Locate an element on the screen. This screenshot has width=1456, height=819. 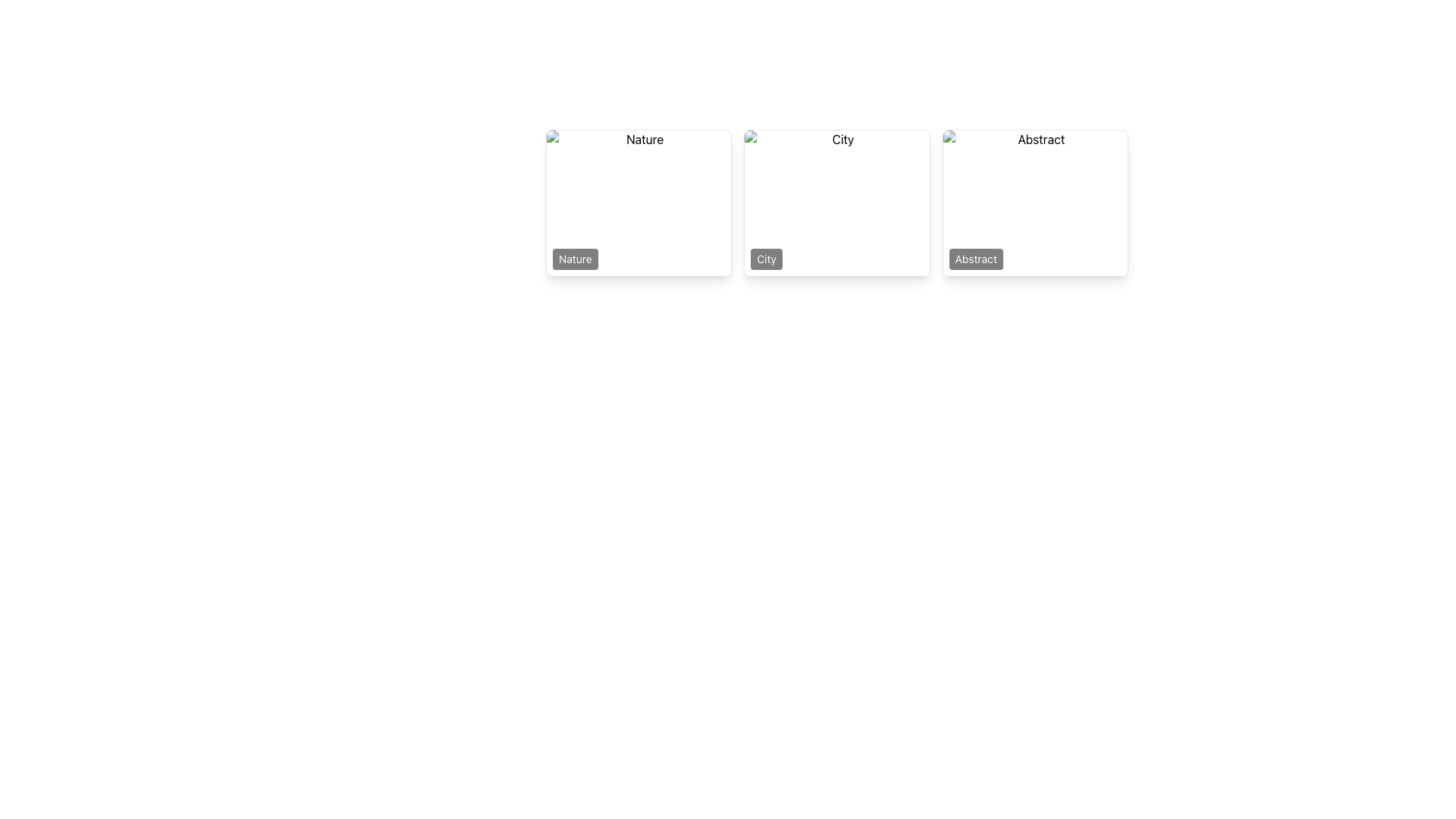
the card labeled 'City' which is the second card in a grid layout between 'Nature' and 'Abstract' is located at coordinates (836, 202).